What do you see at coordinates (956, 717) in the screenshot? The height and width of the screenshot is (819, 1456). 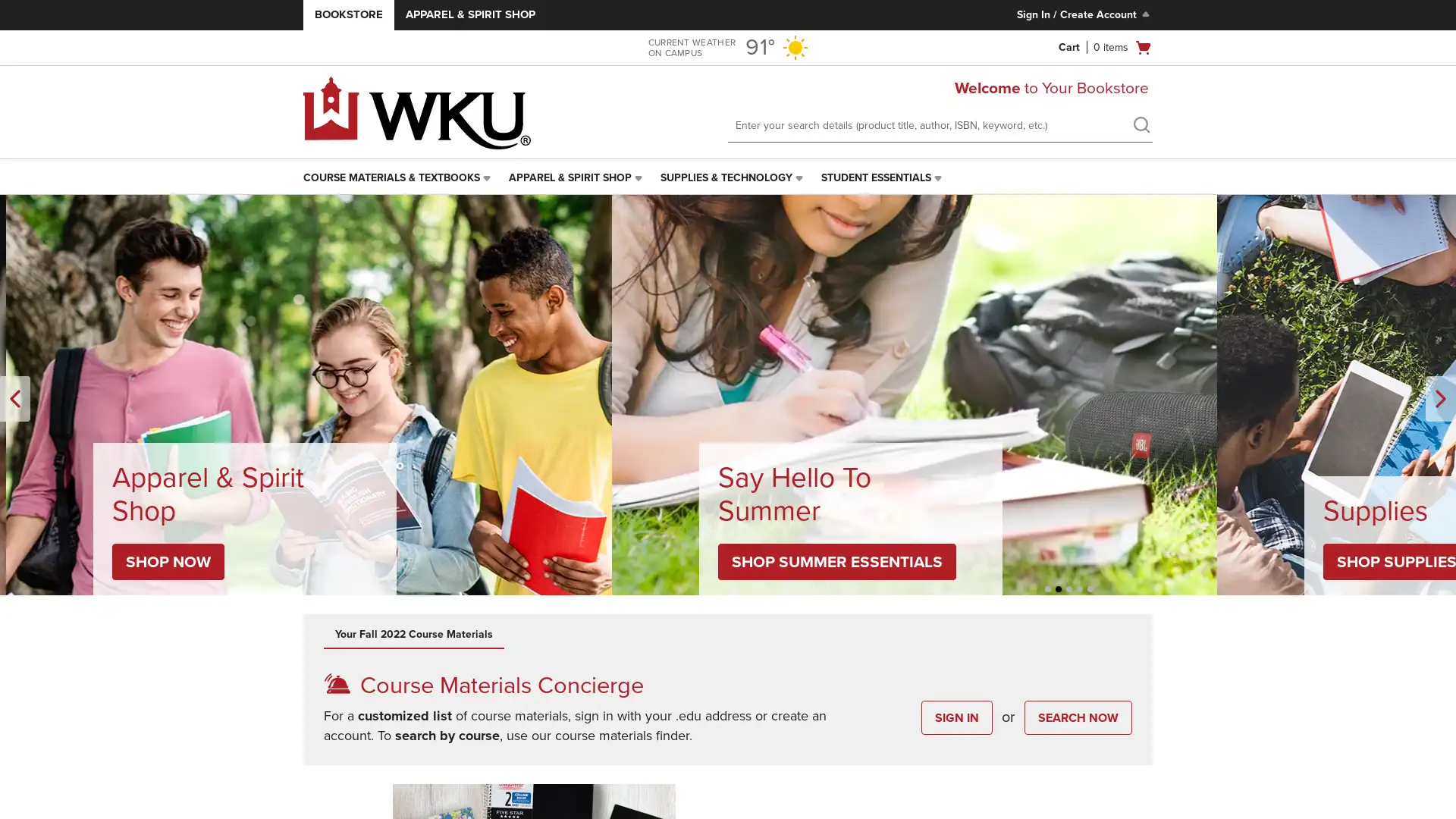 I see `SIGN IN` at bounding box center [956, 717].